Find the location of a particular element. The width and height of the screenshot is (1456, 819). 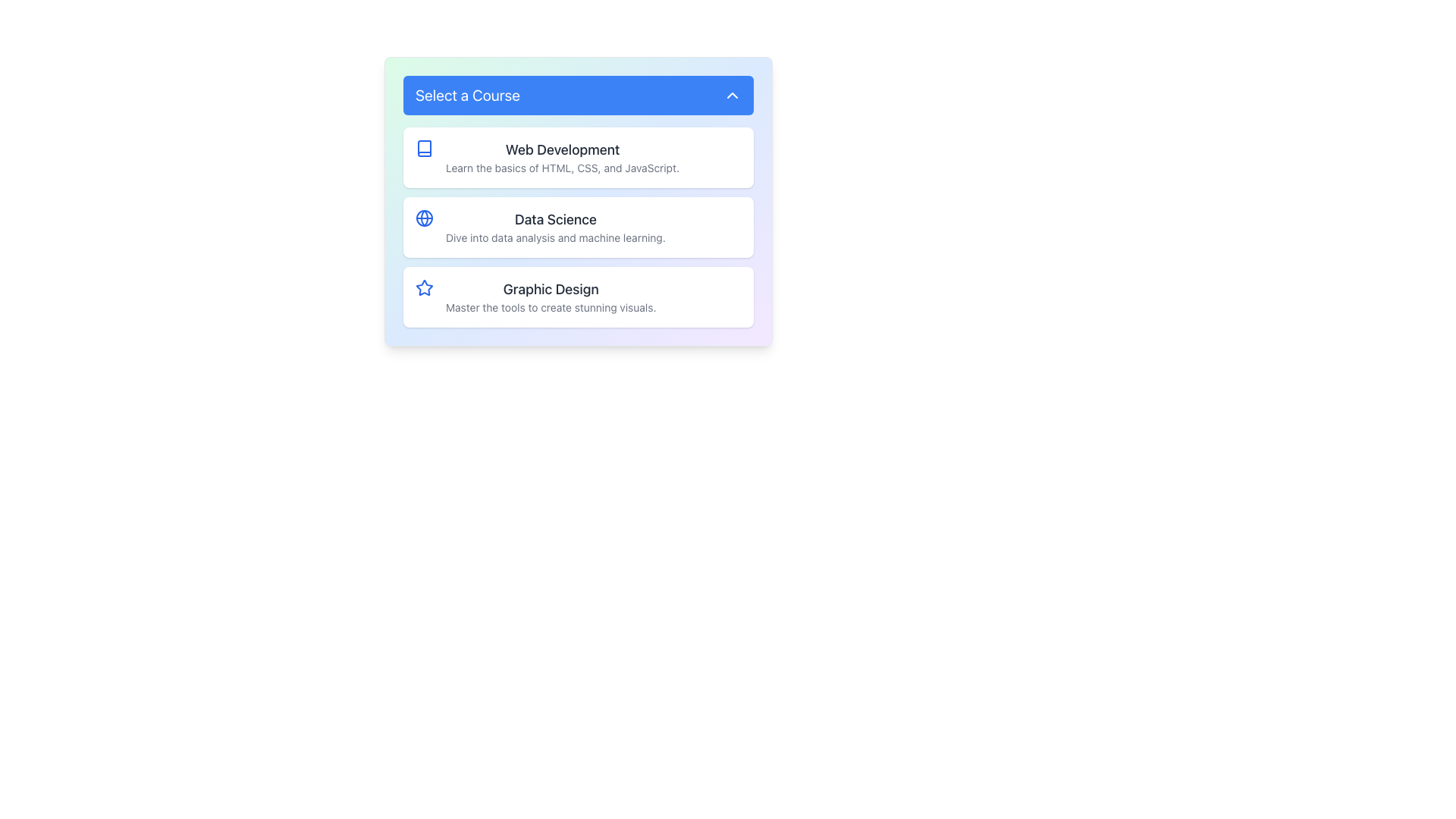

the second item in the selectable list titled 'Data Science' is located at coordinates (578, 201).